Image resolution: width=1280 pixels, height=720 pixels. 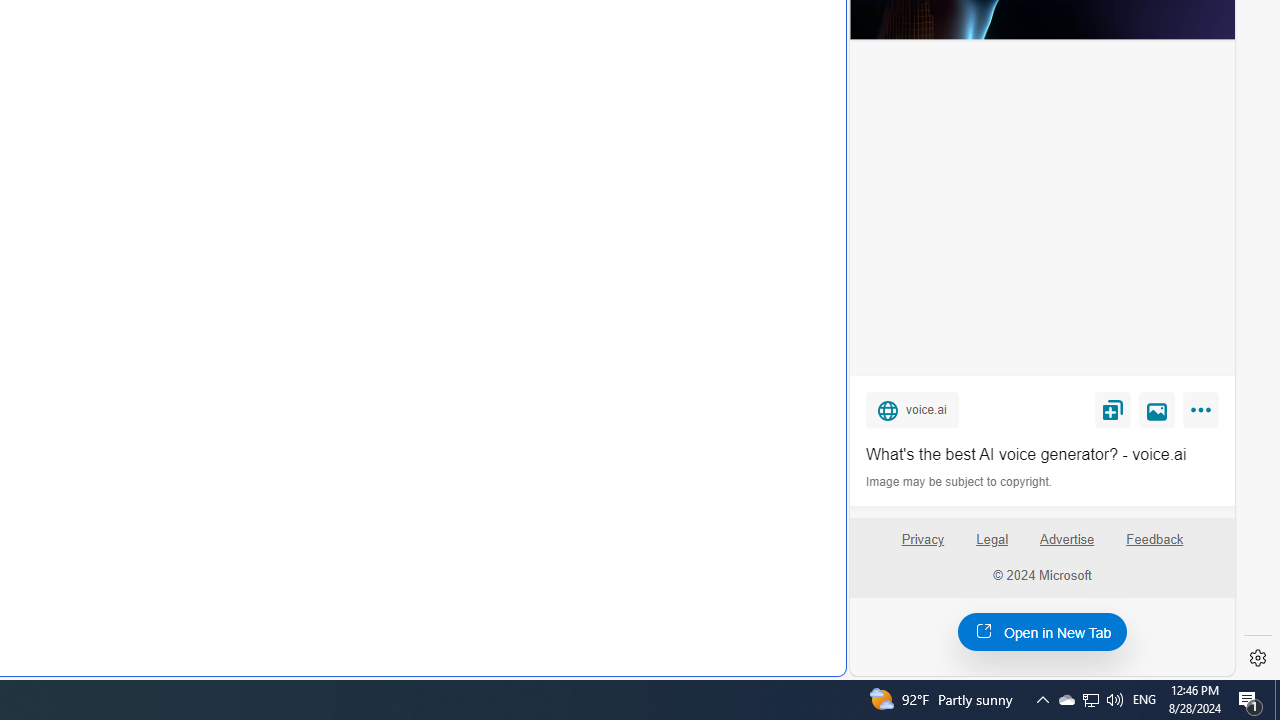 What do you see at coordinates (1111, 408) in the screenshot?
I see `'Save'` at bounding box center [1111, 408].